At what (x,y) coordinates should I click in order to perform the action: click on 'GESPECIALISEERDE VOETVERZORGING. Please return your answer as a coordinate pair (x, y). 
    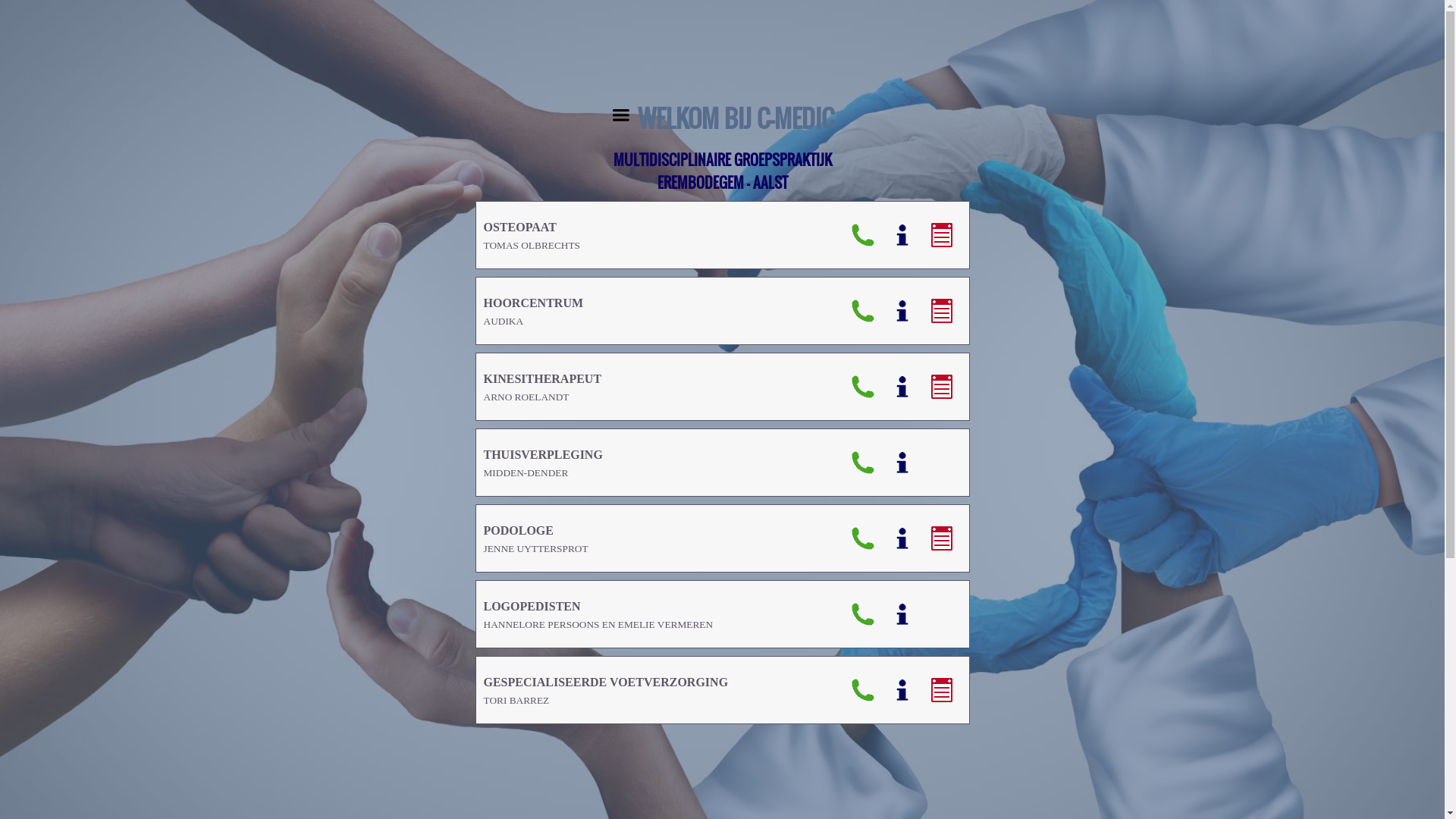
    Looking at the image, I should click on (605, 690).